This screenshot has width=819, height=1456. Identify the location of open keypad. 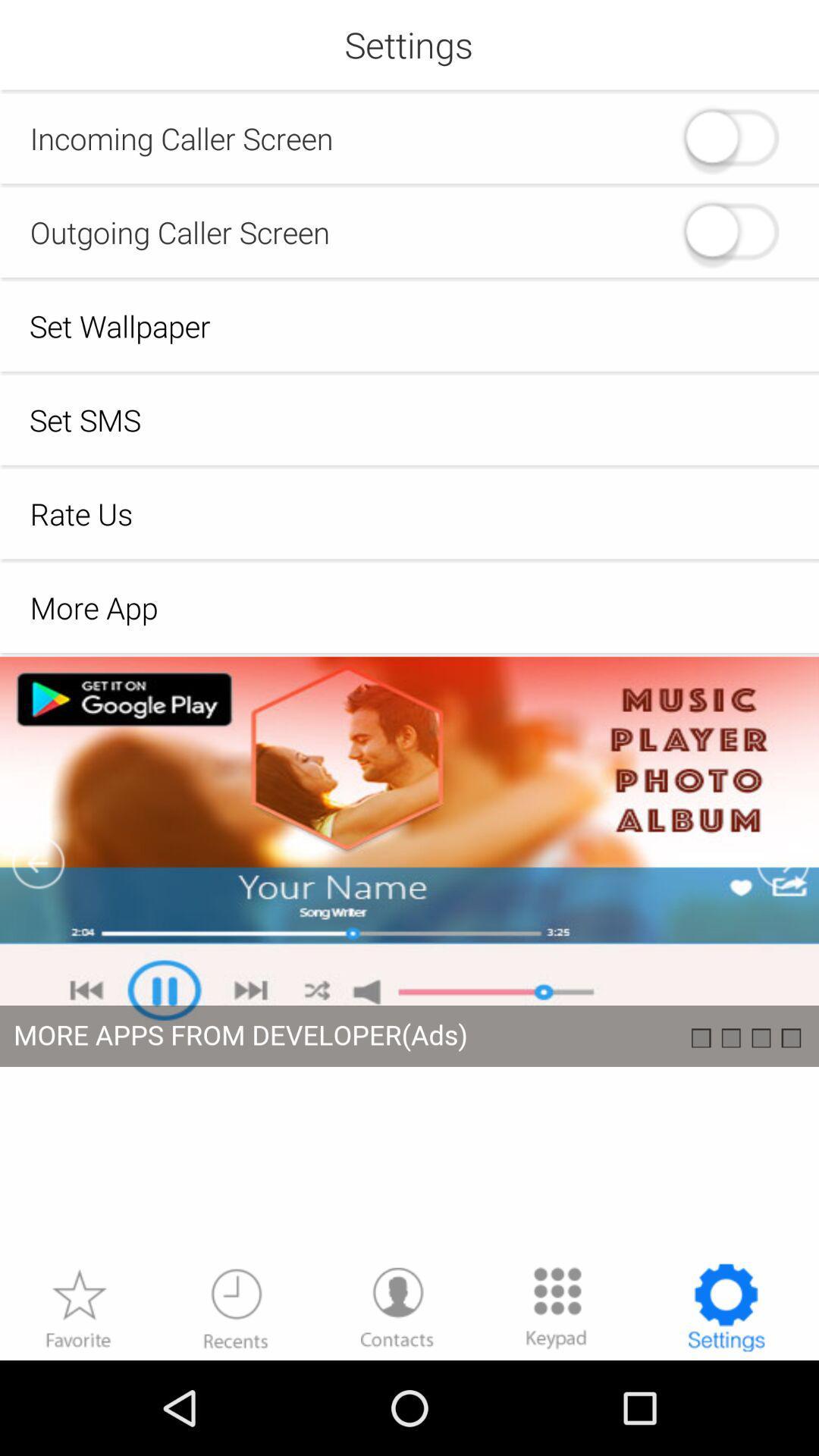
(556, 1307).